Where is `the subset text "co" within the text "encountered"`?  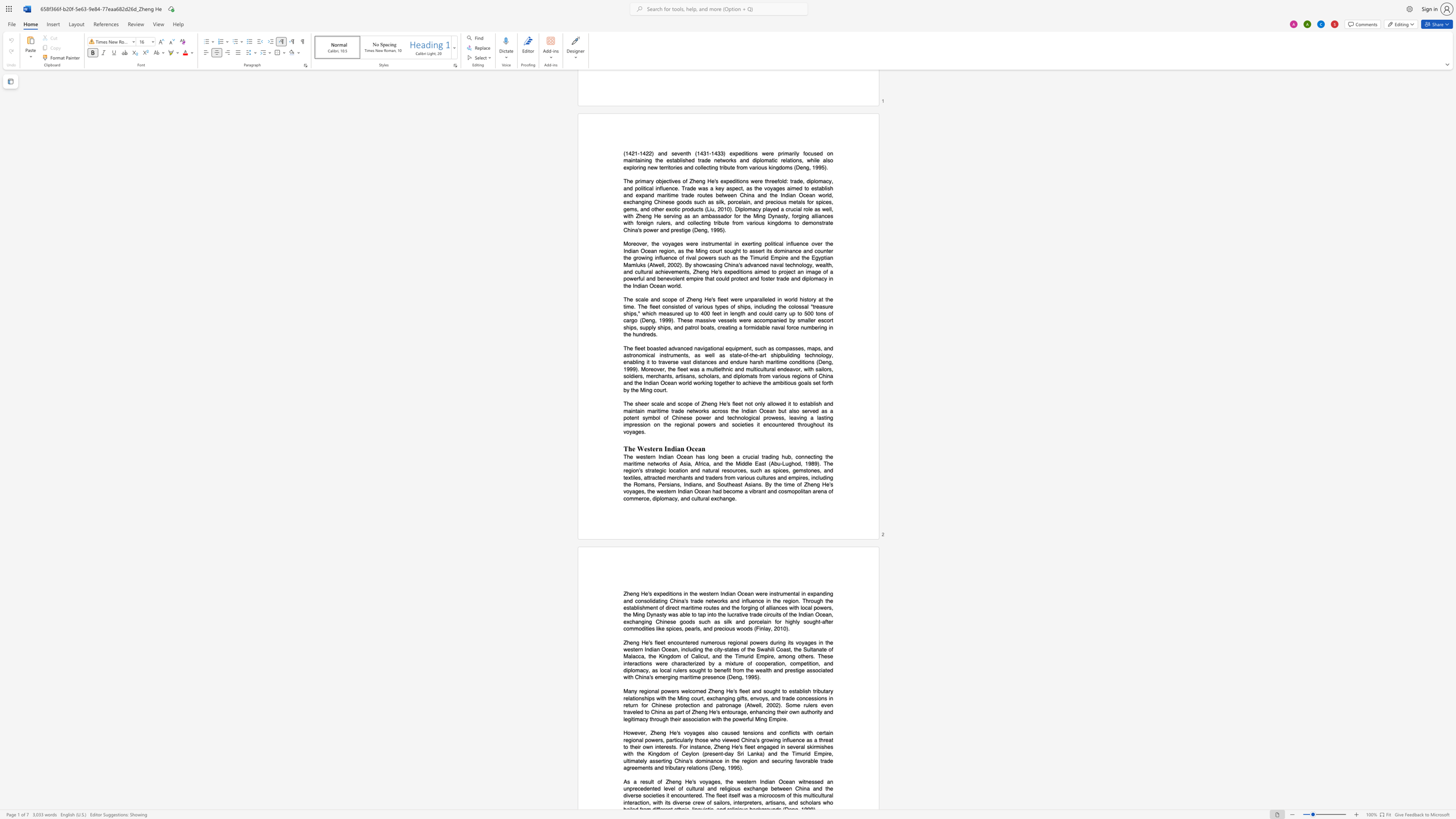 the subset text "co" within the text "encountered" is located at coordinates (677, 795).